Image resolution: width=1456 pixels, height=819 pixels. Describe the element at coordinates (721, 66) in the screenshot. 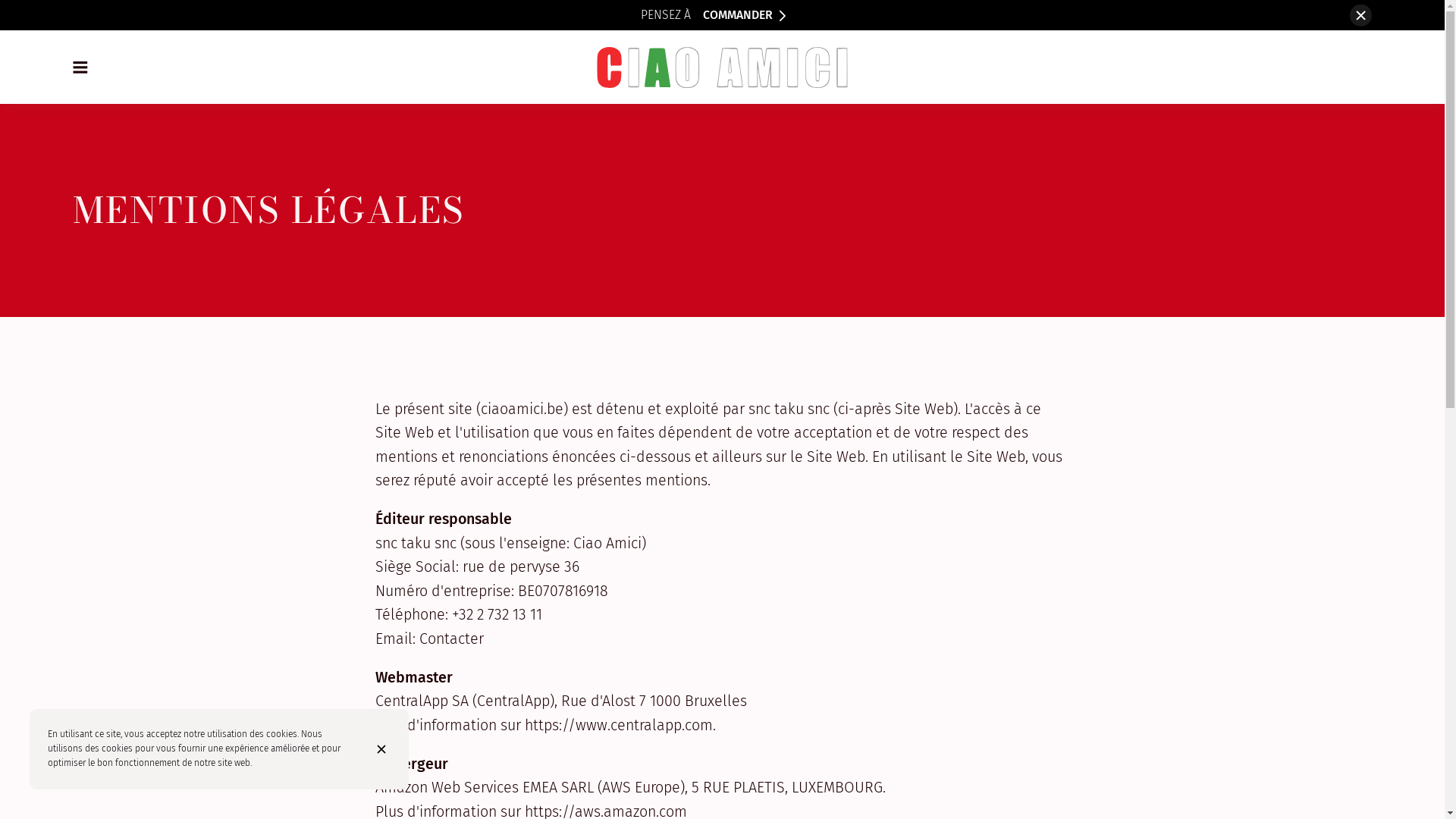

I see `'CIAO AMICI'` at that location.